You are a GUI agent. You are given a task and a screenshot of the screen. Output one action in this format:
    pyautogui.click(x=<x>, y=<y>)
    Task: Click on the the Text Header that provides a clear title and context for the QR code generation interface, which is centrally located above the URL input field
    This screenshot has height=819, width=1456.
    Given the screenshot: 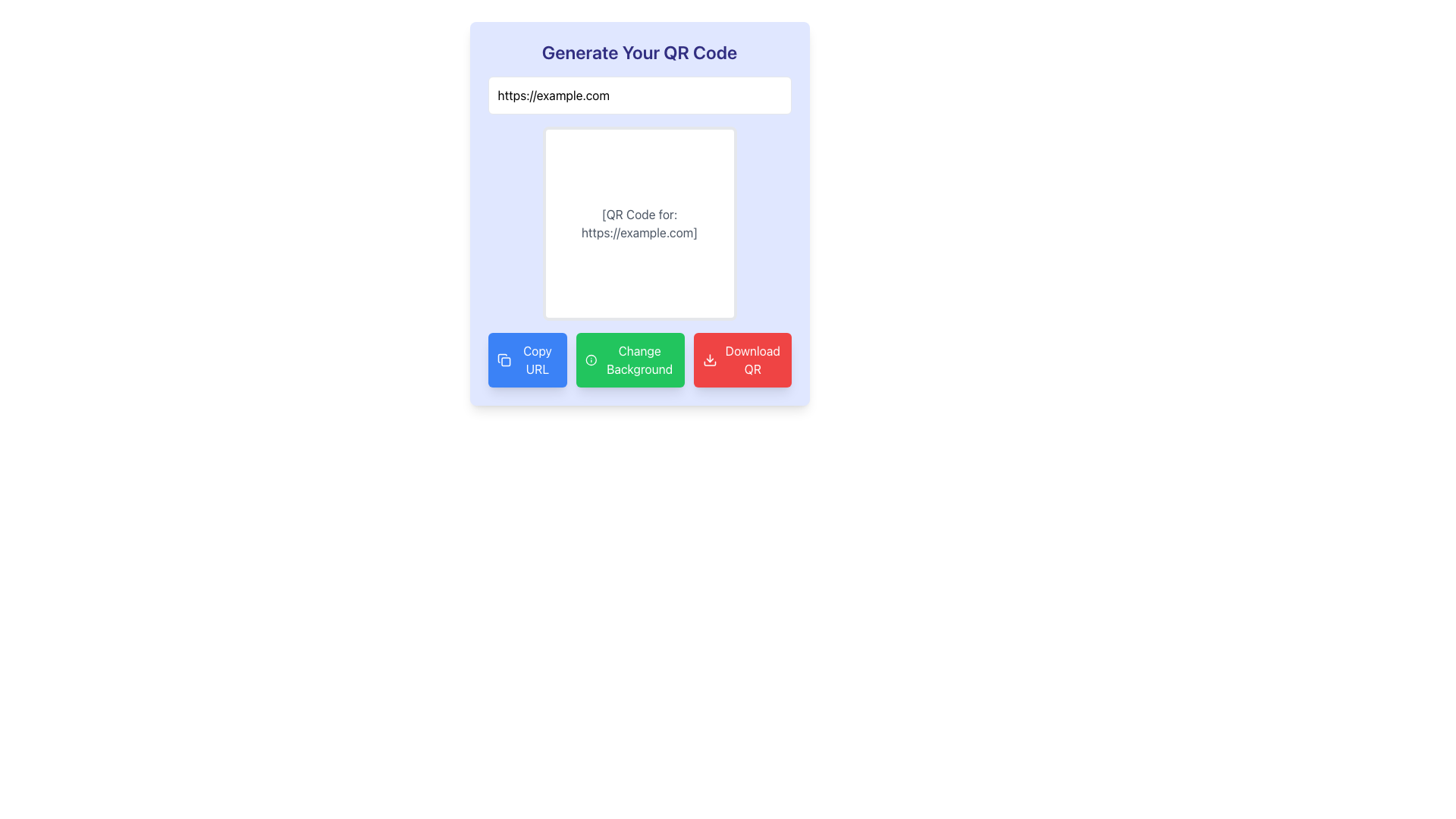 What is the action you would take?
    pyautogui.click(x=639, y=52)
    